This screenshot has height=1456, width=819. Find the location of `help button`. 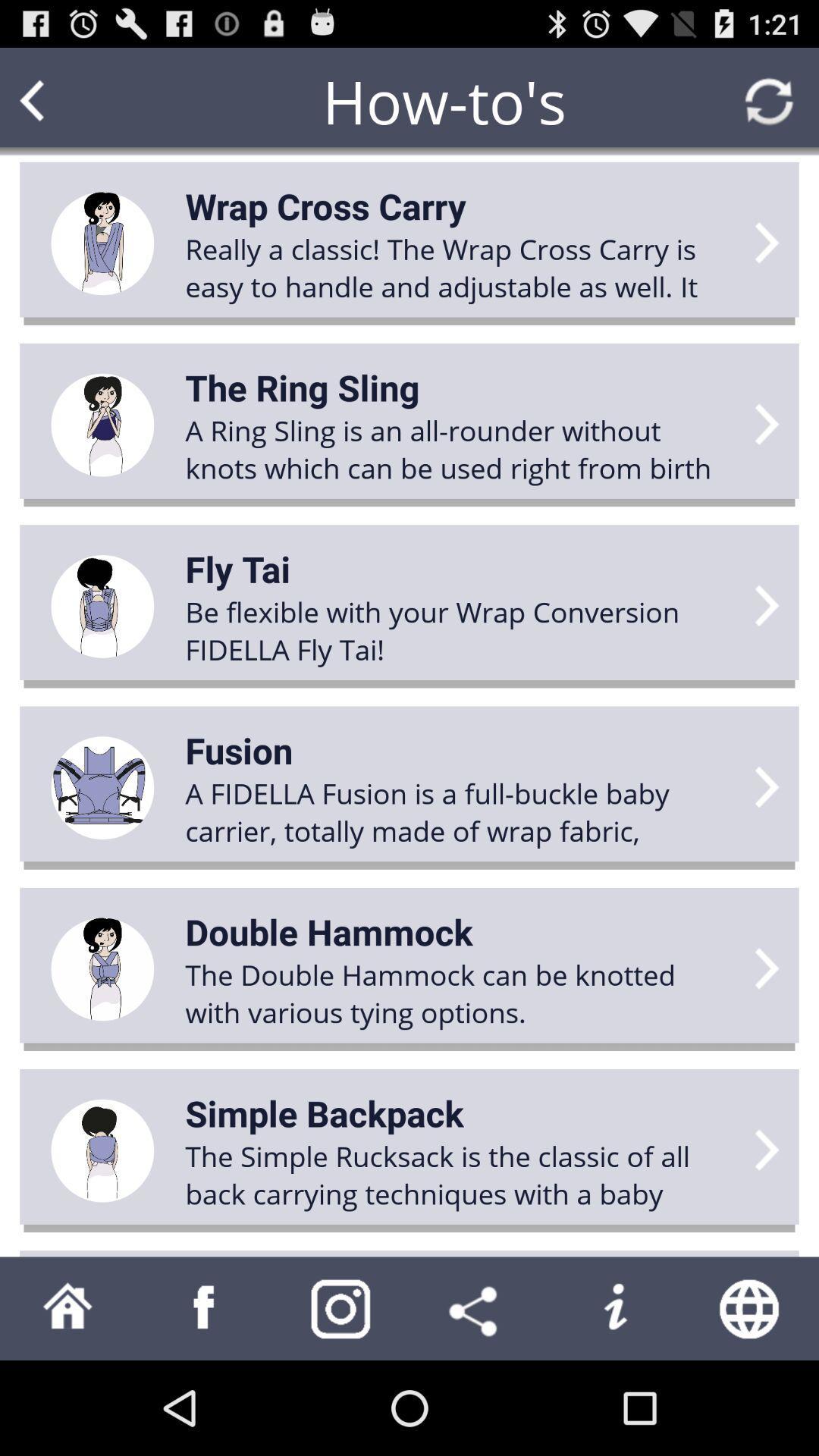

help button is located at coordinates (614, 1307).